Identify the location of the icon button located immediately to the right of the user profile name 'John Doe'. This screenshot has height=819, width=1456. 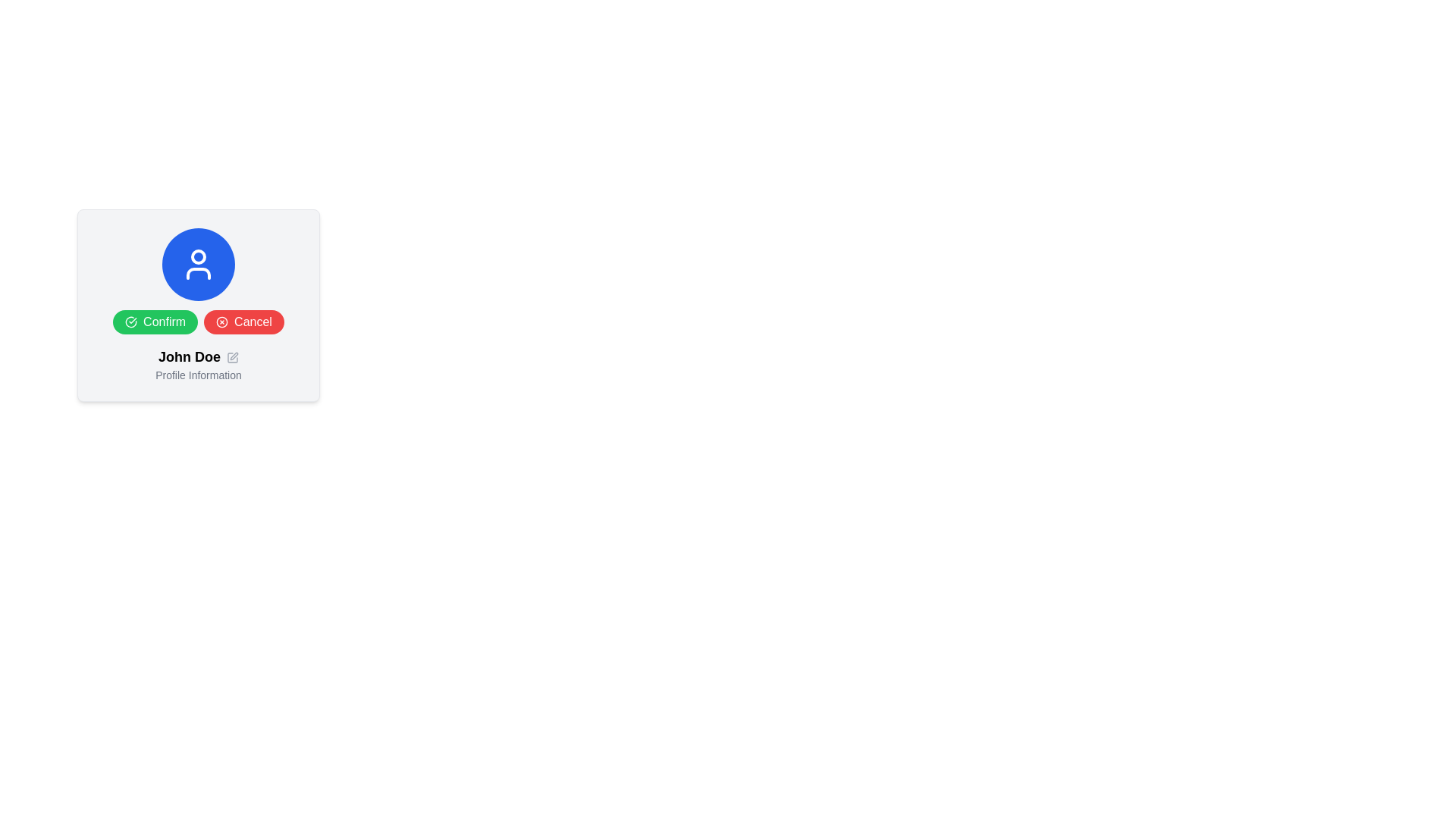
(232, 357).